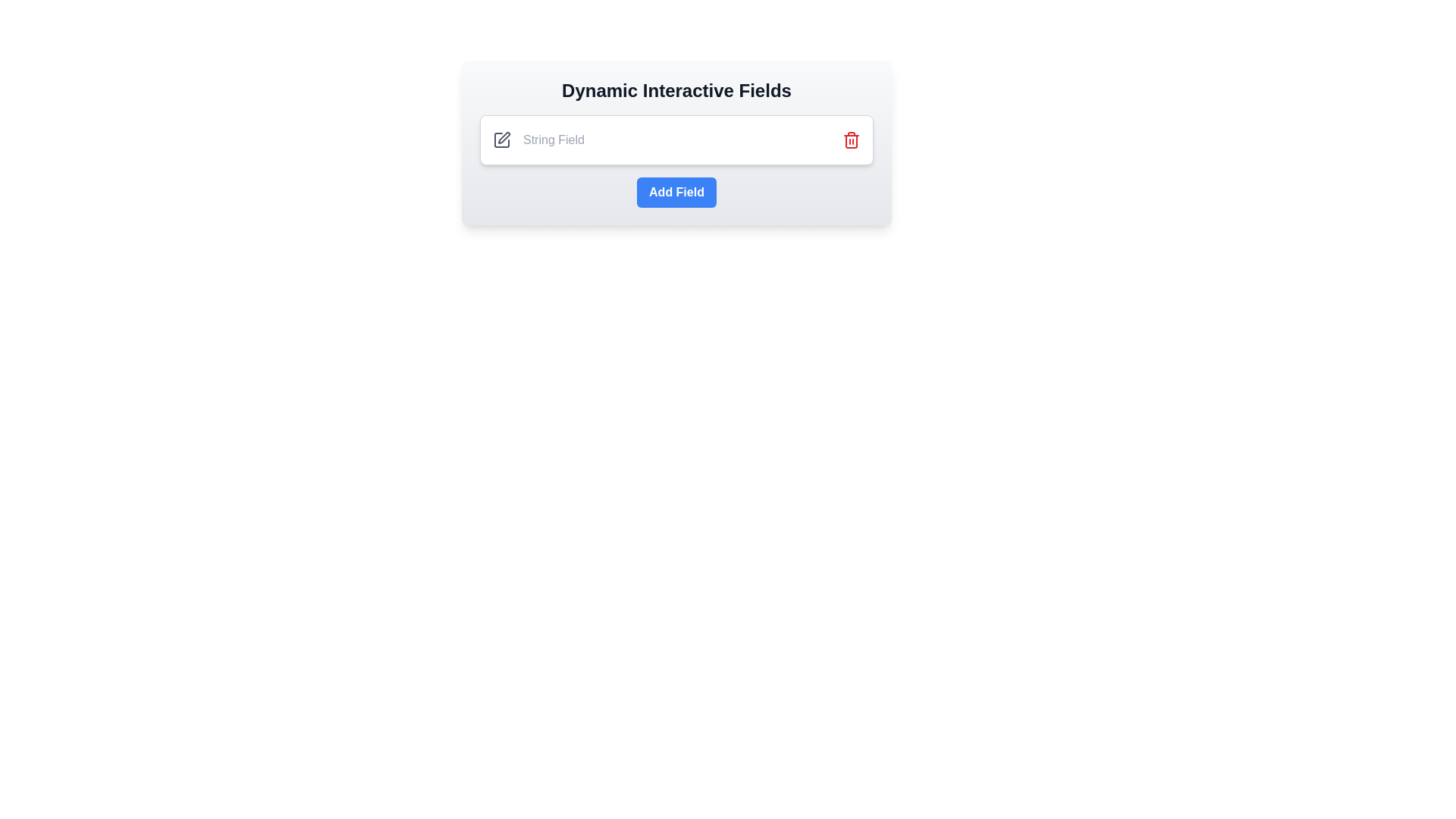 This screenshot has height=819, width=1456. Describe the element at coordinates (502, 140) in the screenshot. I see `the gray square icon with a pen overlay, located to the left of the 'String Field' text input within the white card component` at that location.